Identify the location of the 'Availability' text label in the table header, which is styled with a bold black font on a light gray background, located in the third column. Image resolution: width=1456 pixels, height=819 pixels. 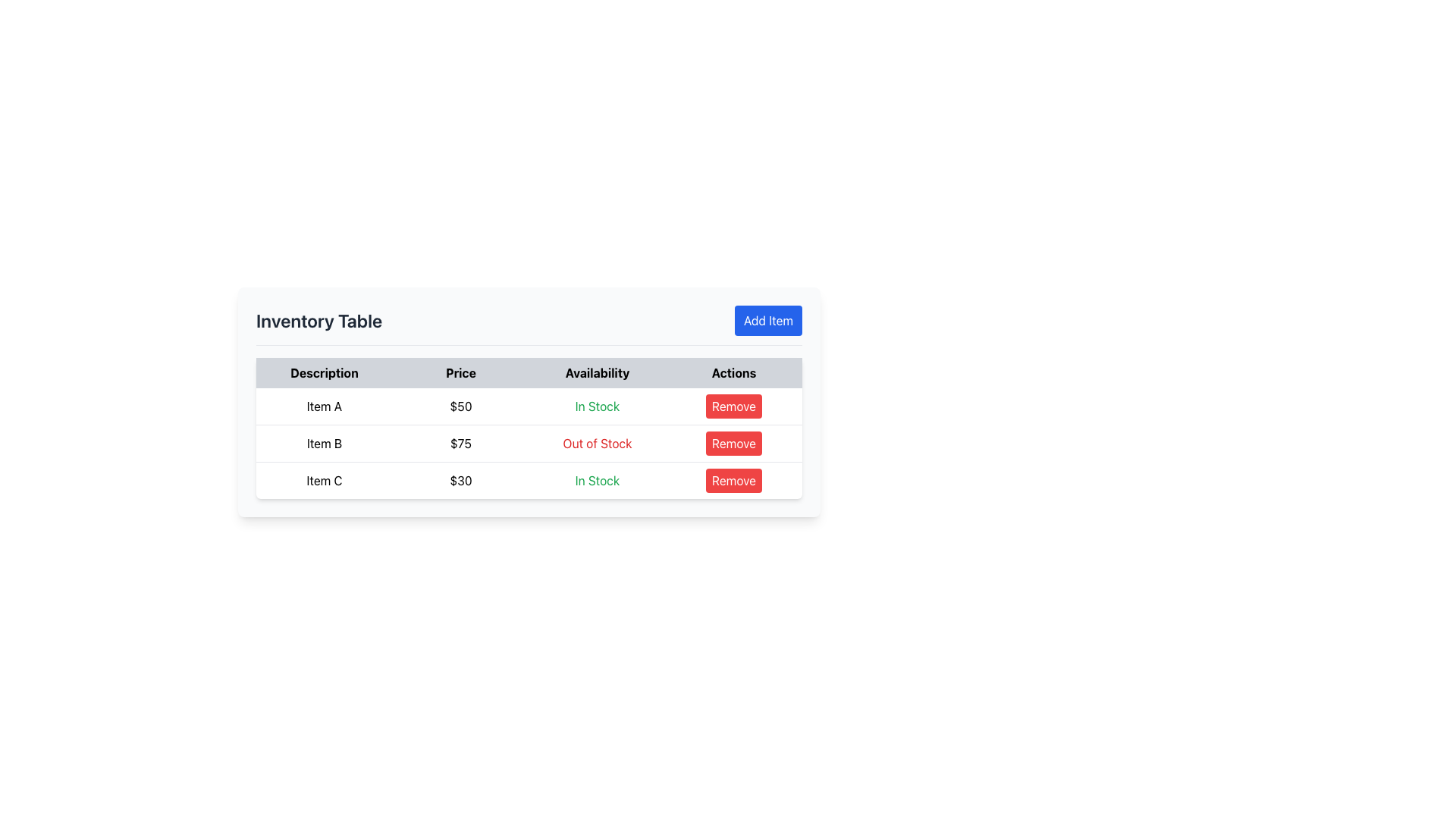
(596, 373).